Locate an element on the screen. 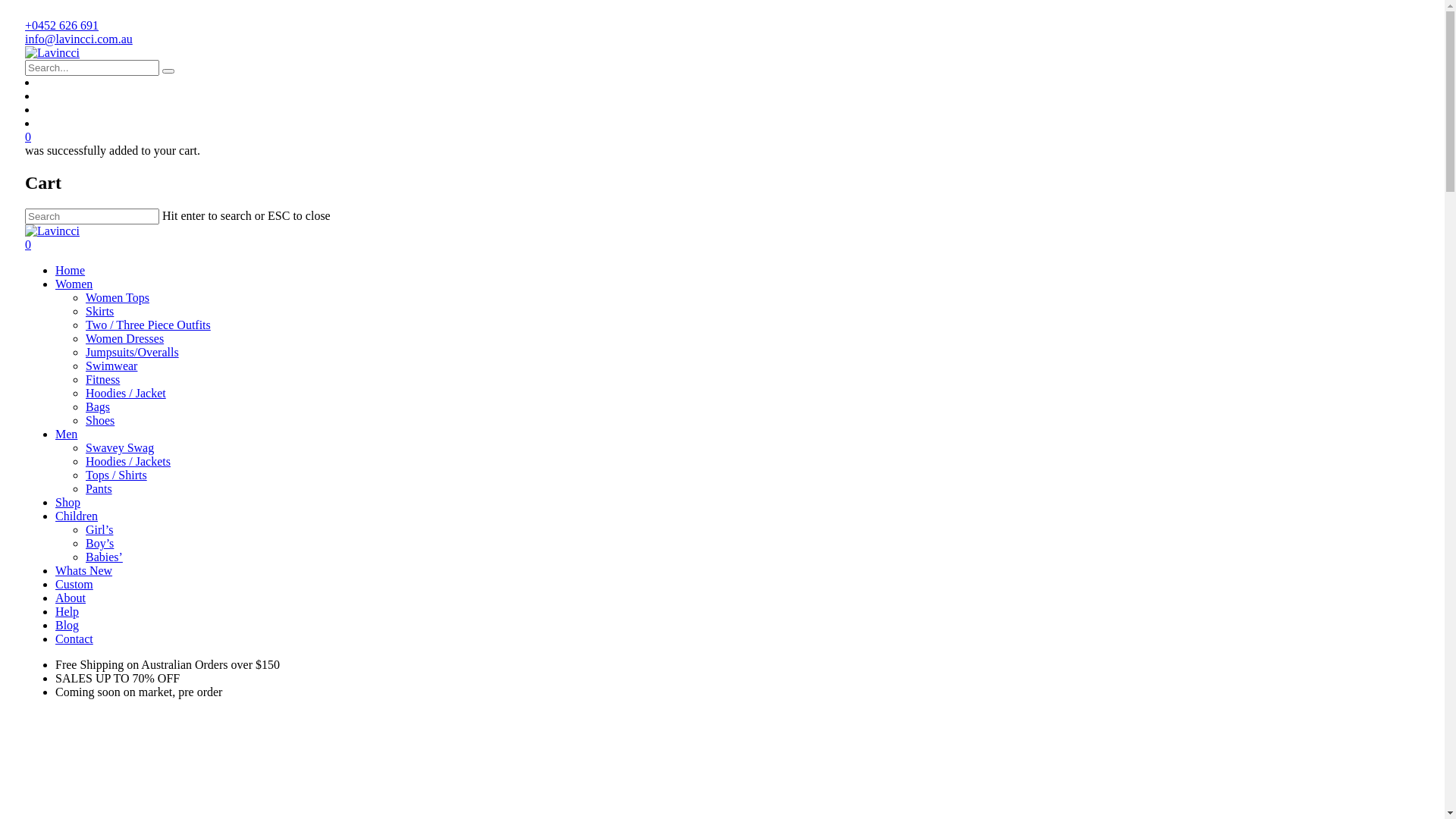 Image resolution: width=1456 pixels, height=819 pixels. 'Home' is located at coordinates (69, 269).